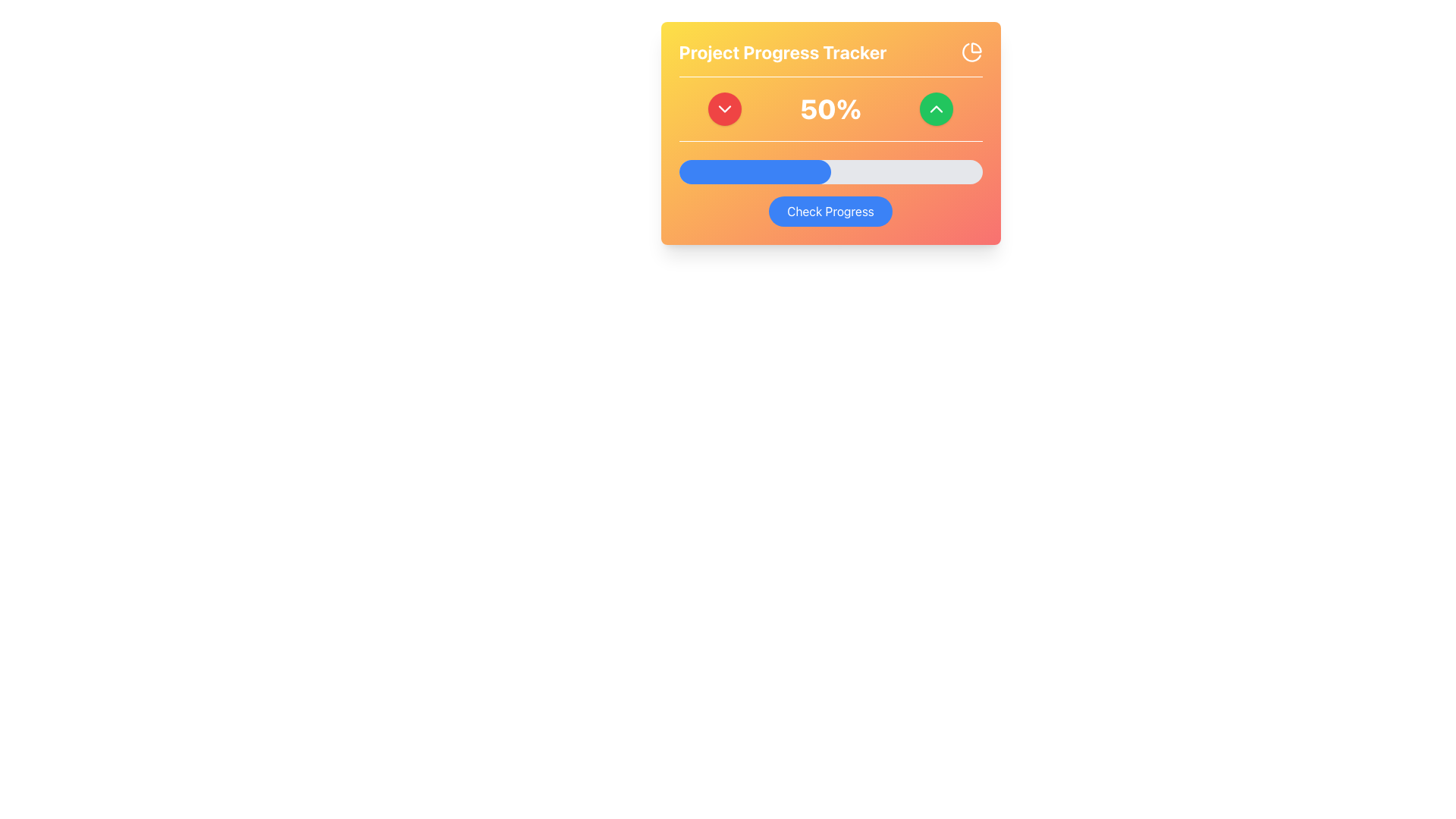 This screenshot has width=1456, height=819. What do you see at coordinates (830, 211) in the screenshot?
I see `the progress review button located at the bottom of the card element` at bounding box center [830, 211].